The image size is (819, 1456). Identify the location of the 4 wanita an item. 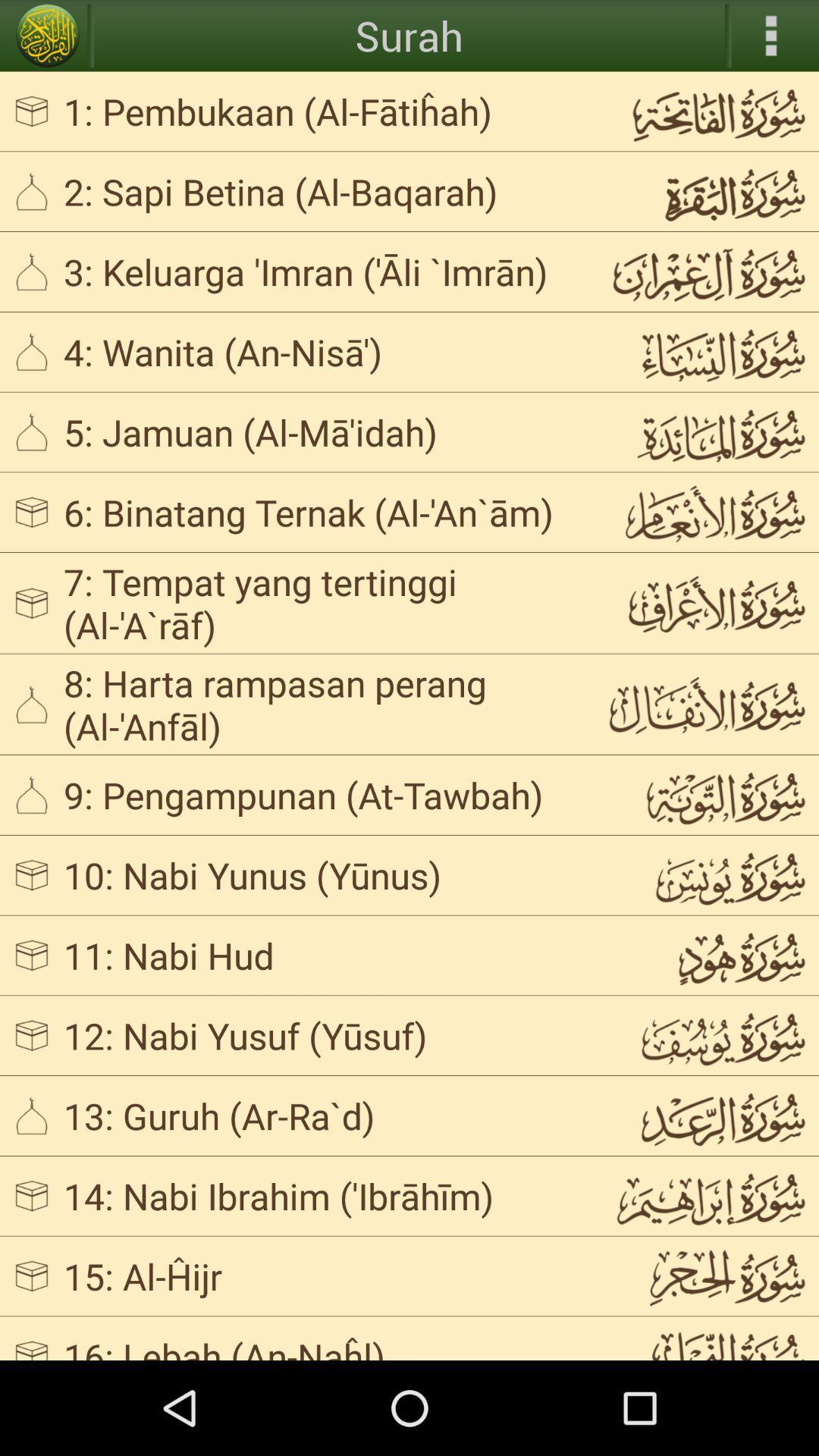
(322, 350).